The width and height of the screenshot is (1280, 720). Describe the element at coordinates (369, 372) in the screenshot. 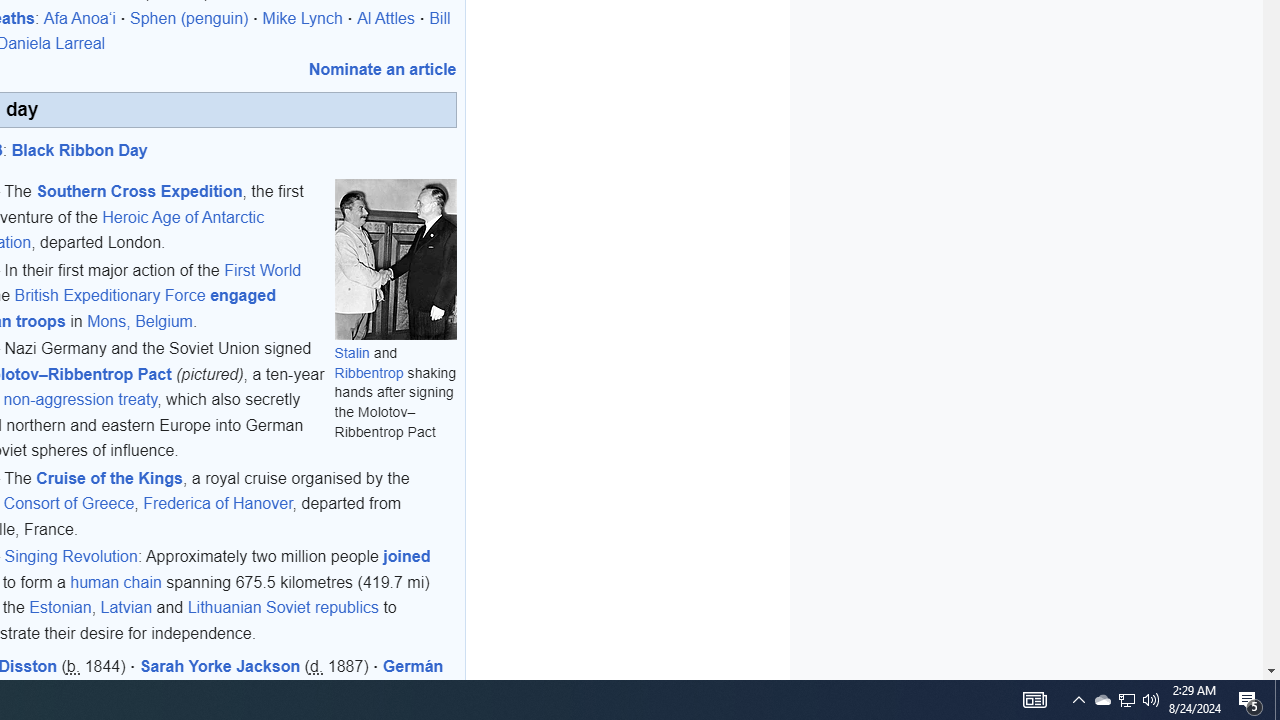

I see `'Ribbentrop'` at that location.